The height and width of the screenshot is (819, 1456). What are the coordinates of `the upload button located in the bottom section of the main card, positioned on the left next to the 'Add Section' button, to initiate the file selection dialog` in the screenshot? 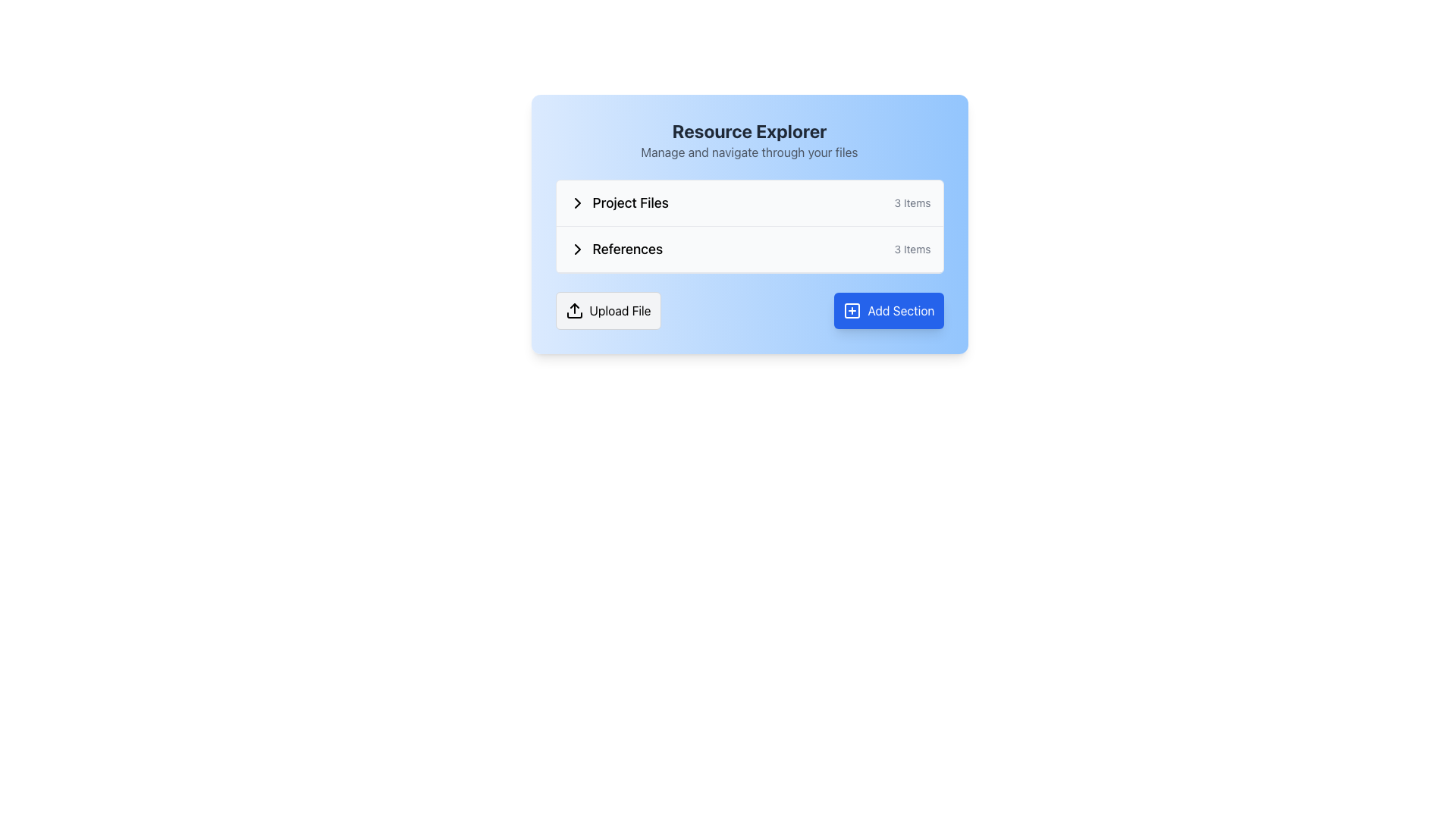 It's located at (607, 309).